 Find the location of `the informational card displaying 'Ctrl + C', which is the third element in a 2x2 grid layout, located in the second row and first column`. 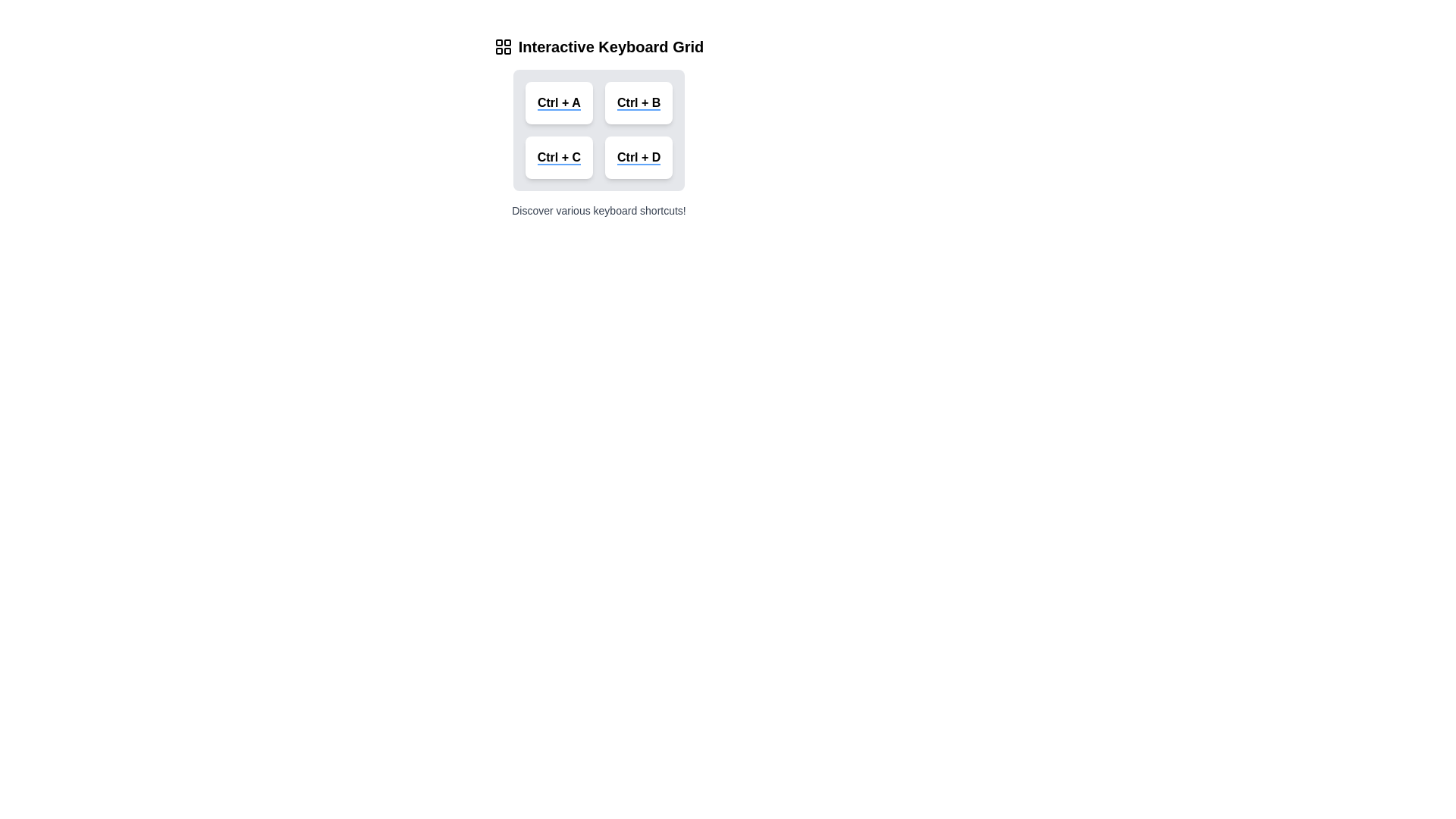

the informational card displaying 'Ctrl + C', which is the third element in a 2x2 grid layout, located in the second row and first column is located at coordinates (558, 158).